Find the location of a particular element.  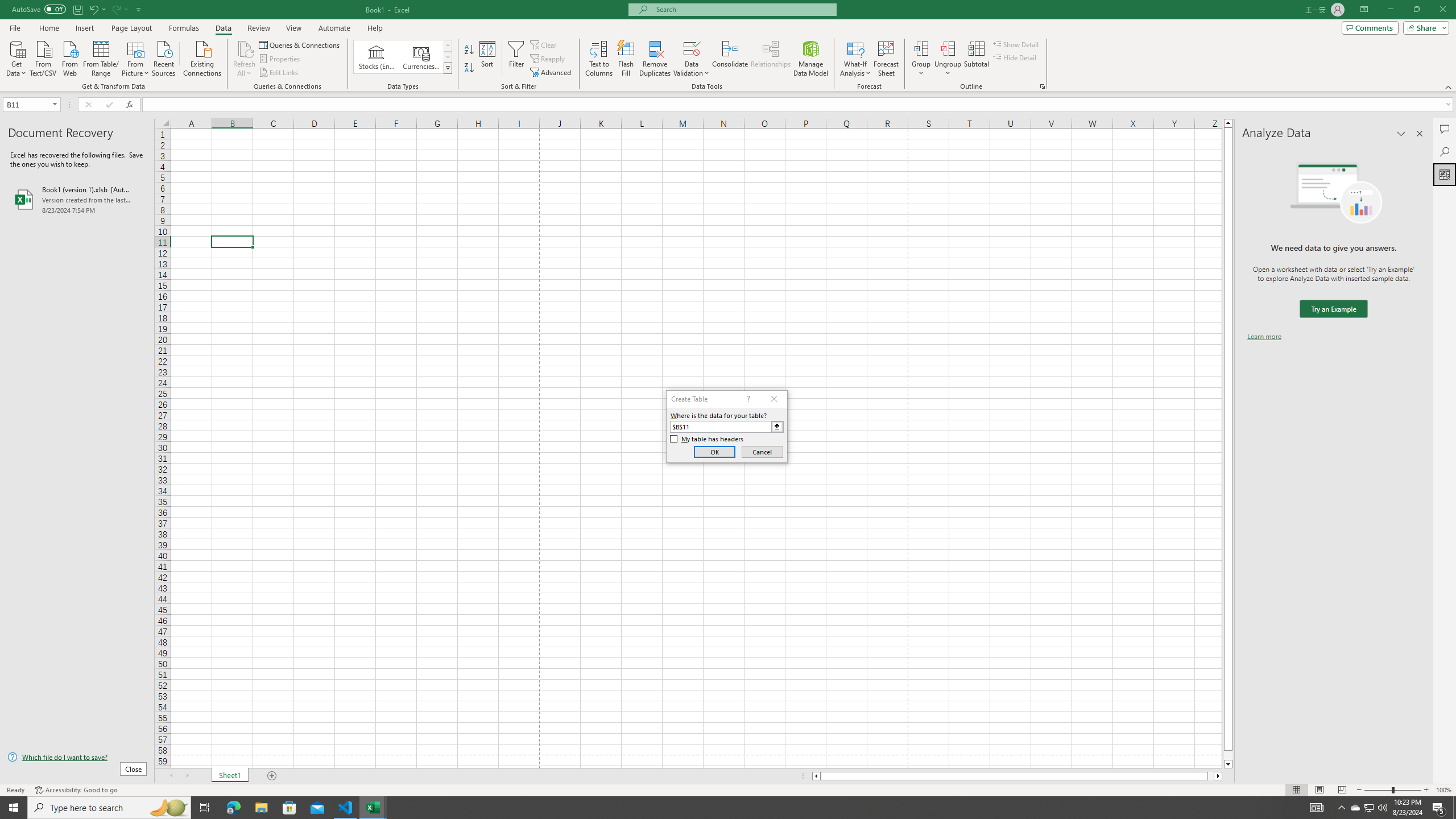

'Consolidate...' is located at coordinates (730, 59).